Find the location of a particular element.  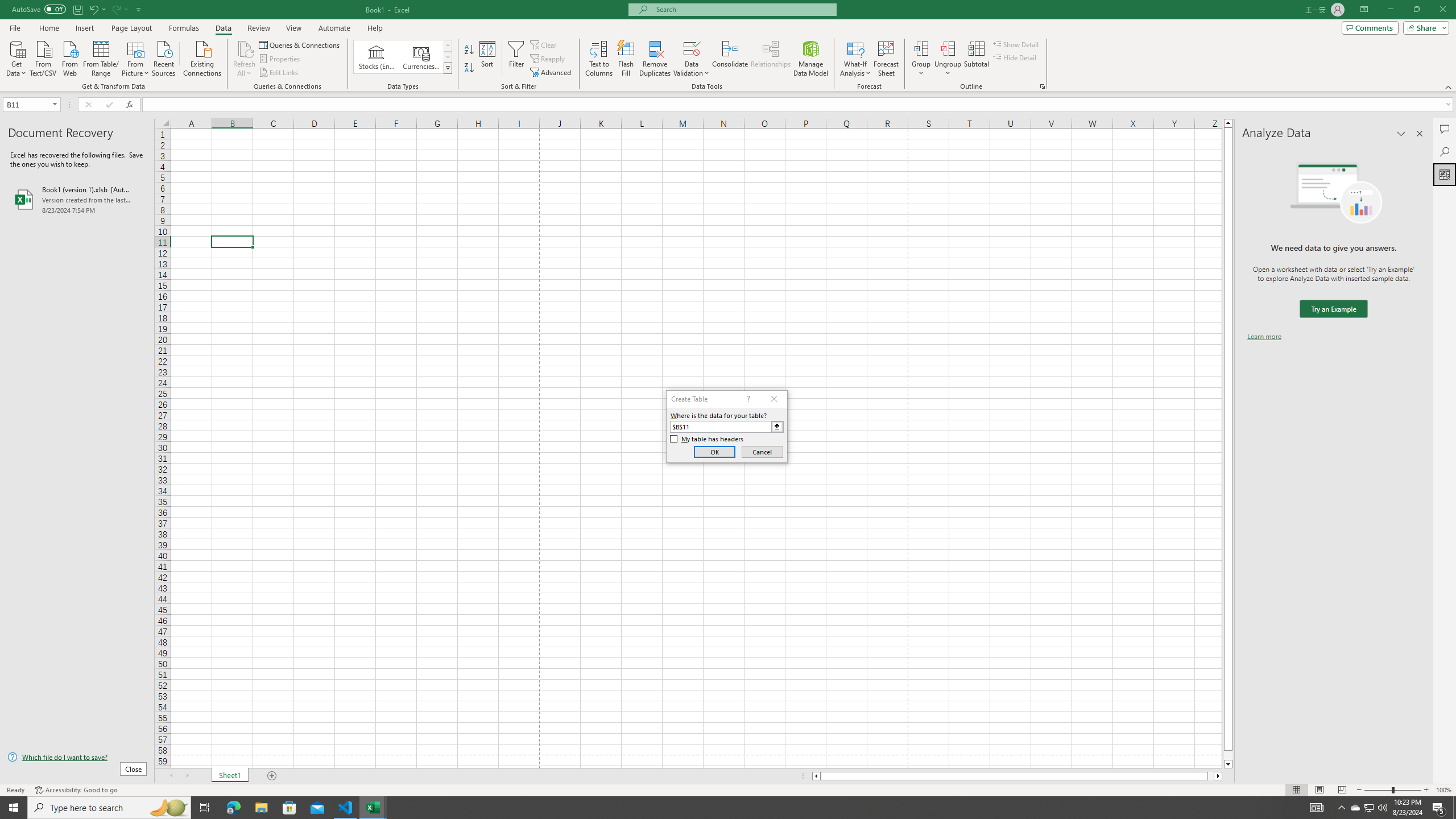

'Consolidate...' is located at coordinates (730, 59).